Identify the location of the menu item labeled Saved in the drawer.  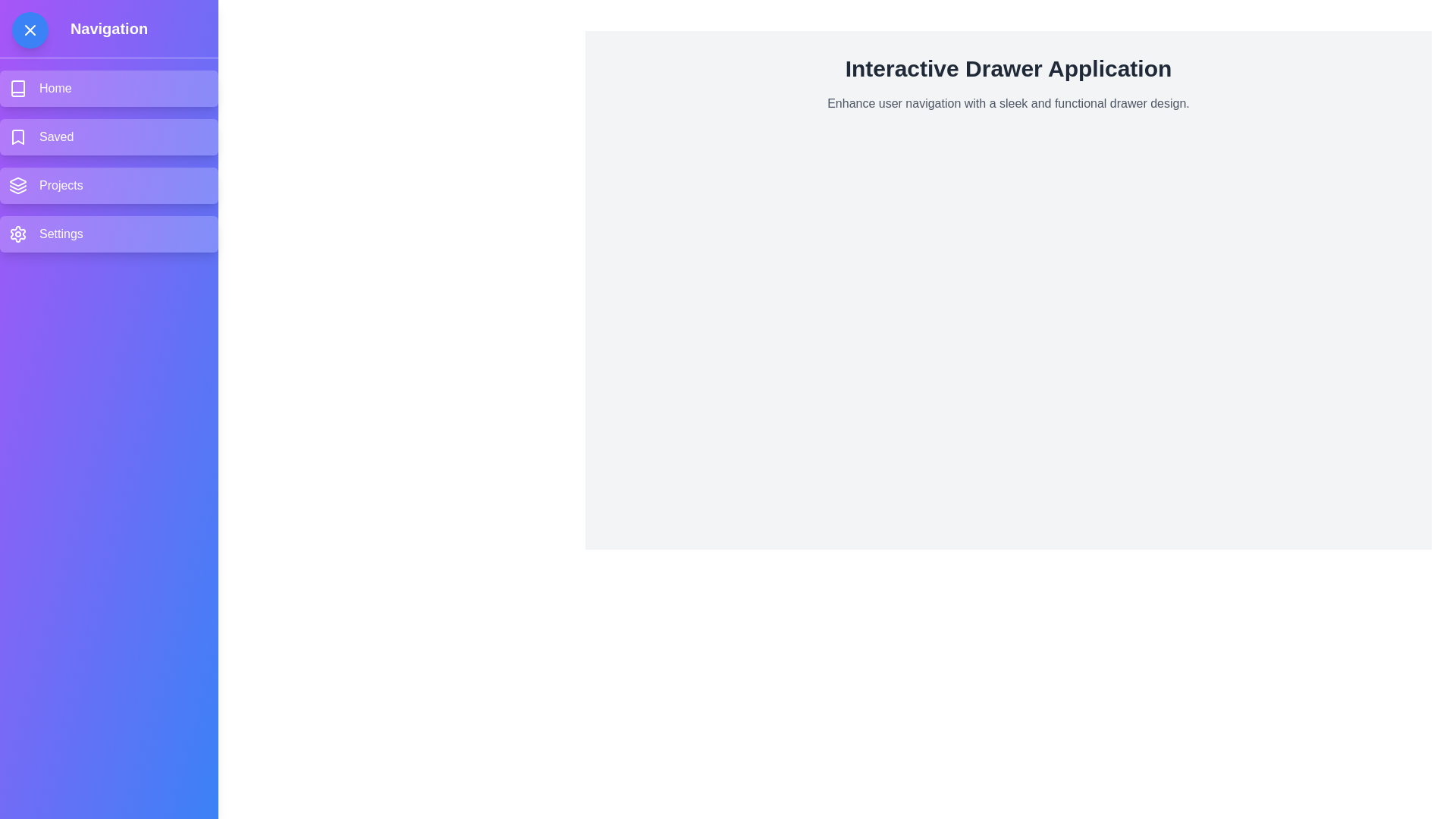
(108, 137).